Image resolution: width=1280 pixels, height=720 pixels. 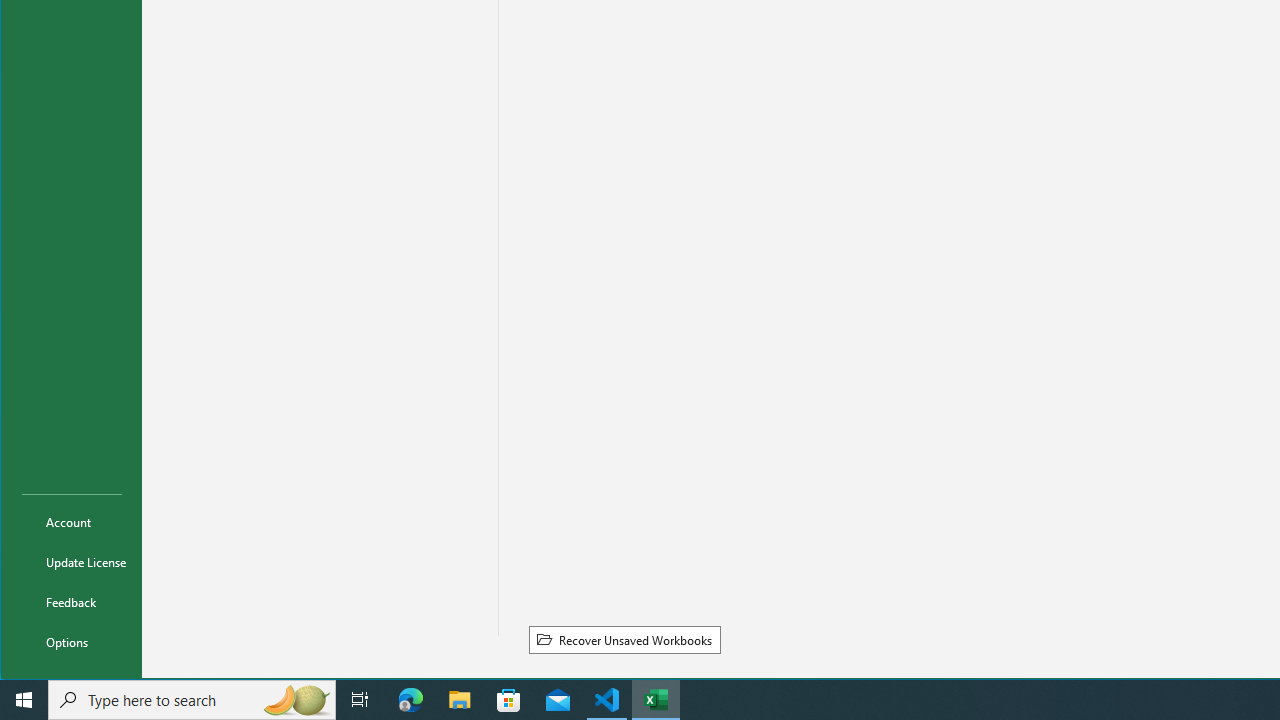 I want to click on 'Type here to search', so click(x=192, y=698).